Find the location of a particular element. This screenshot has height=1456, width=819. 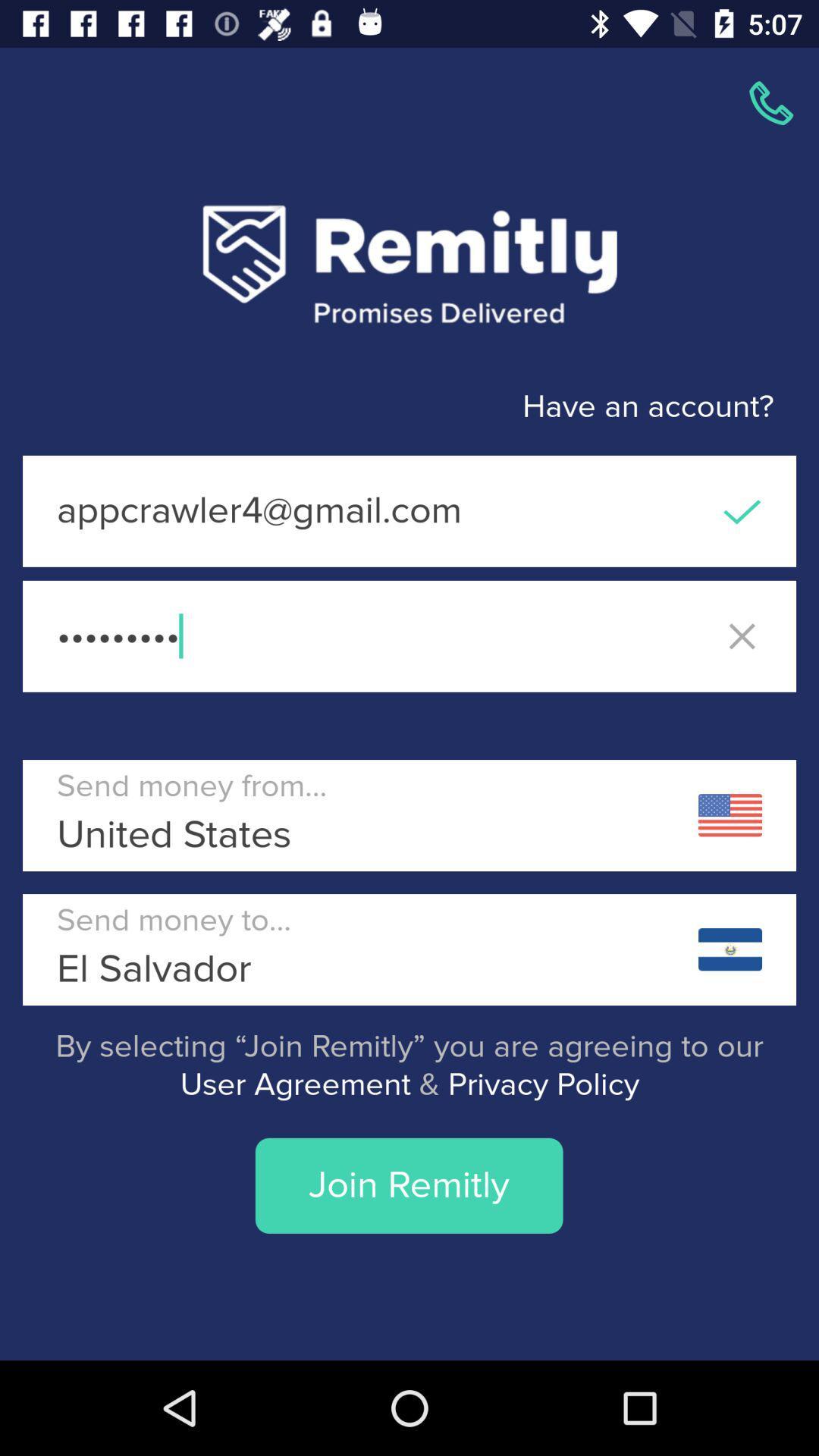

the icon above appcrawler4@gmail.com is located at coordinates (386, 407).